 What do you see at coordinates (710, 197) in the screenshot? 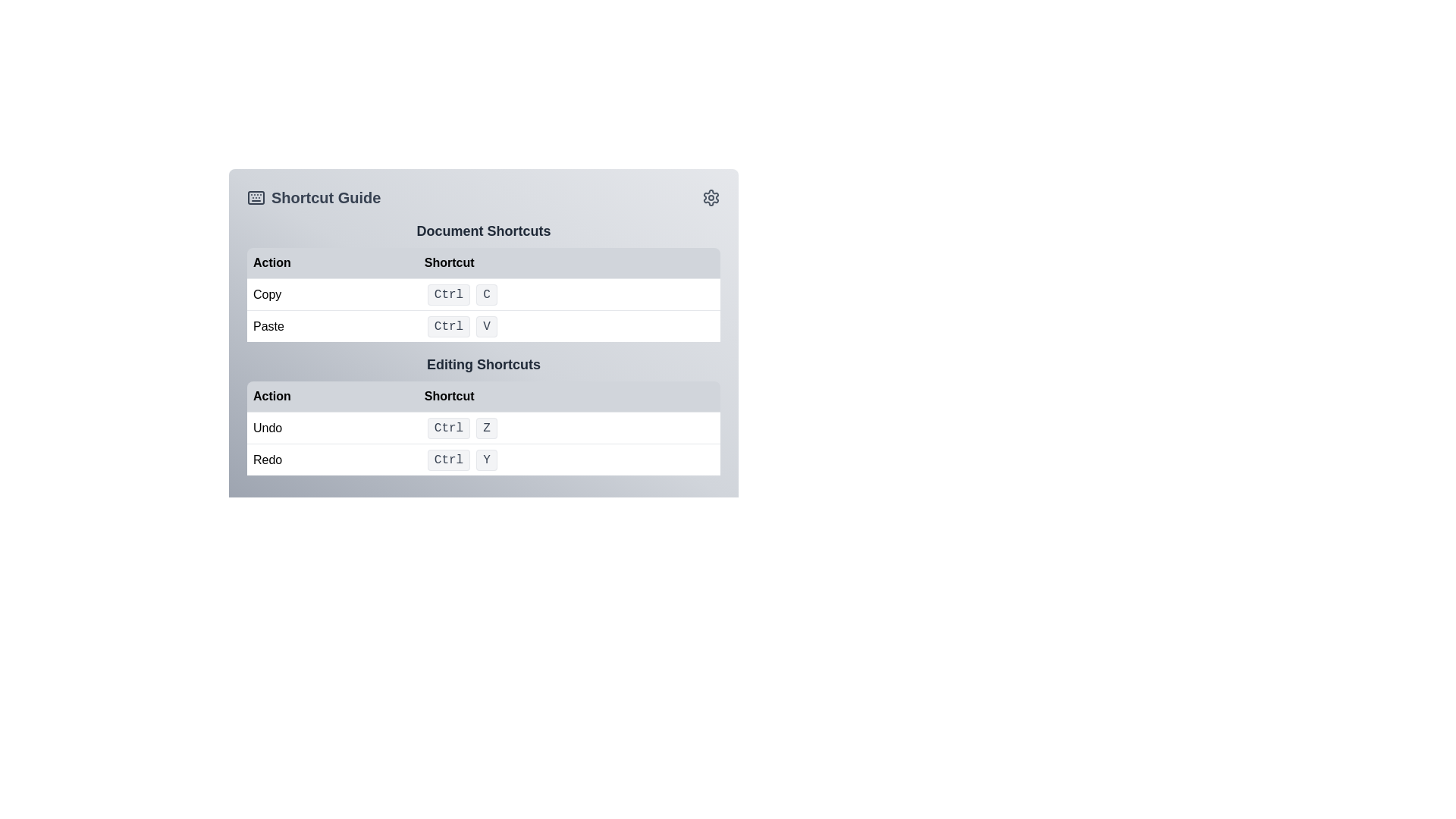
I see `the settings icon button located at the top-right corner of the 'Shortcut Guide' box, which serves as an access point to the settings or configuration options` at bounding box center [710, 197].